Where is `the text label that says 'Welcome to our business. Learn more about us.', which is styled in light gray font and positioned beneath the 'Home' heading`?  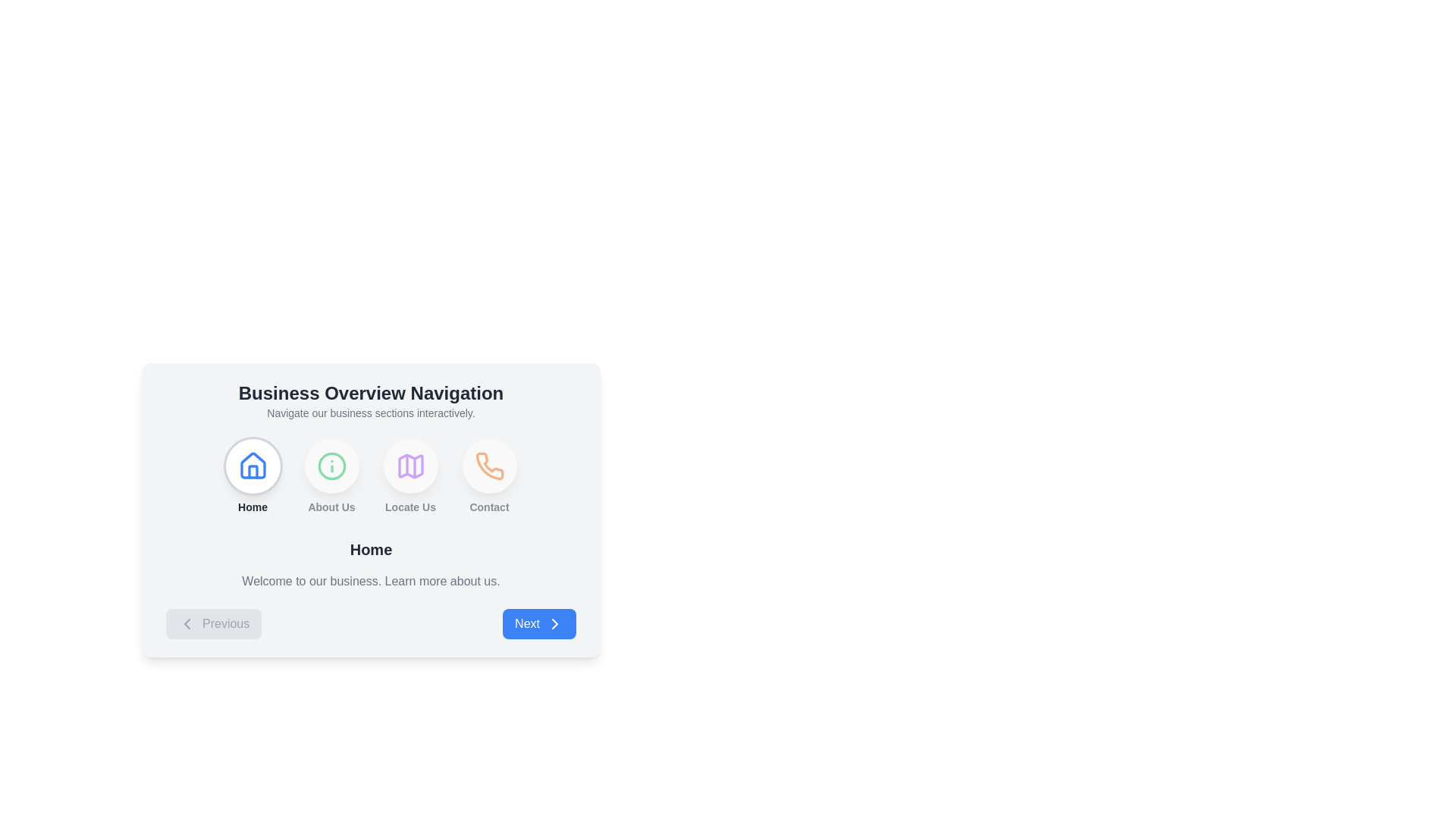 the text label that says 'Welcome to our business. Learn more about us.', which is styled in light gray font and positioned beneath the 'Home' heading is located at coordinates (371, 581).